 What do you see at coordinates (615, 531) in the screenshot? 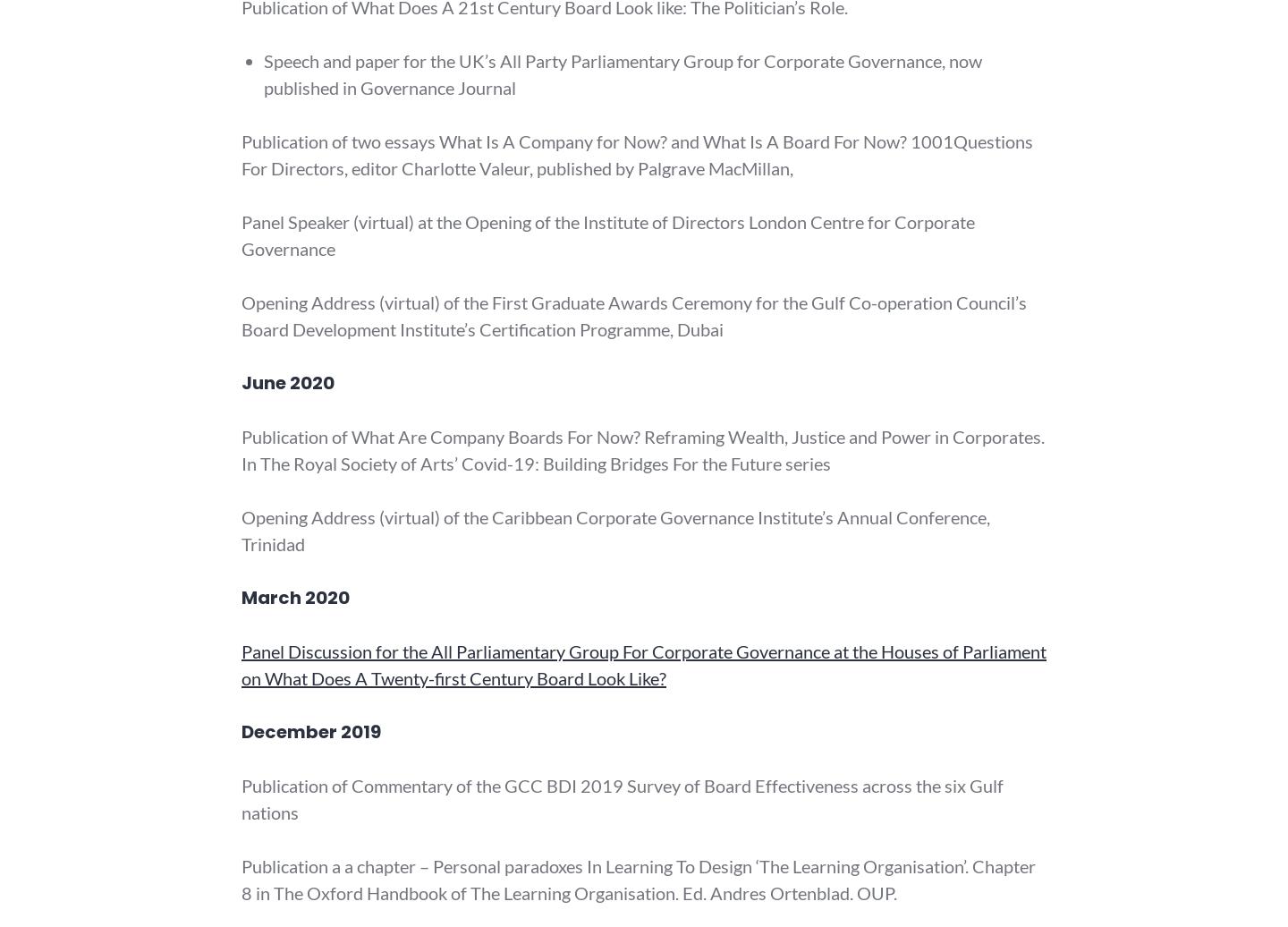
I see `'Opening Address (virtual) of the Caribbean Corporate Governance Institute’s Annual Conference, Trinidad'` at bounding box center [615, 531].